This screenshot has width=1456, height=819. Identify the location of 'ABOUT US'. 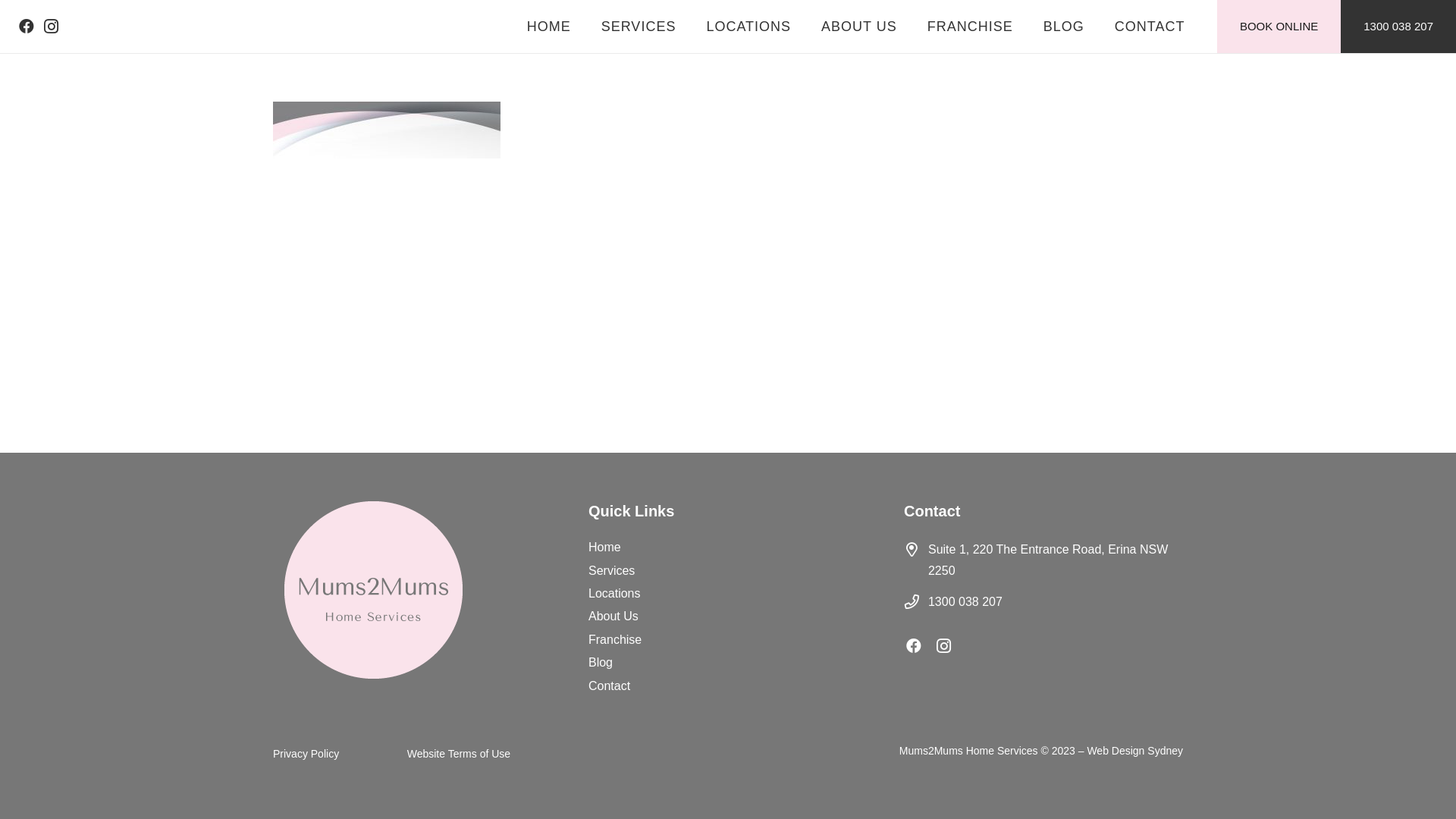
(858, 26).